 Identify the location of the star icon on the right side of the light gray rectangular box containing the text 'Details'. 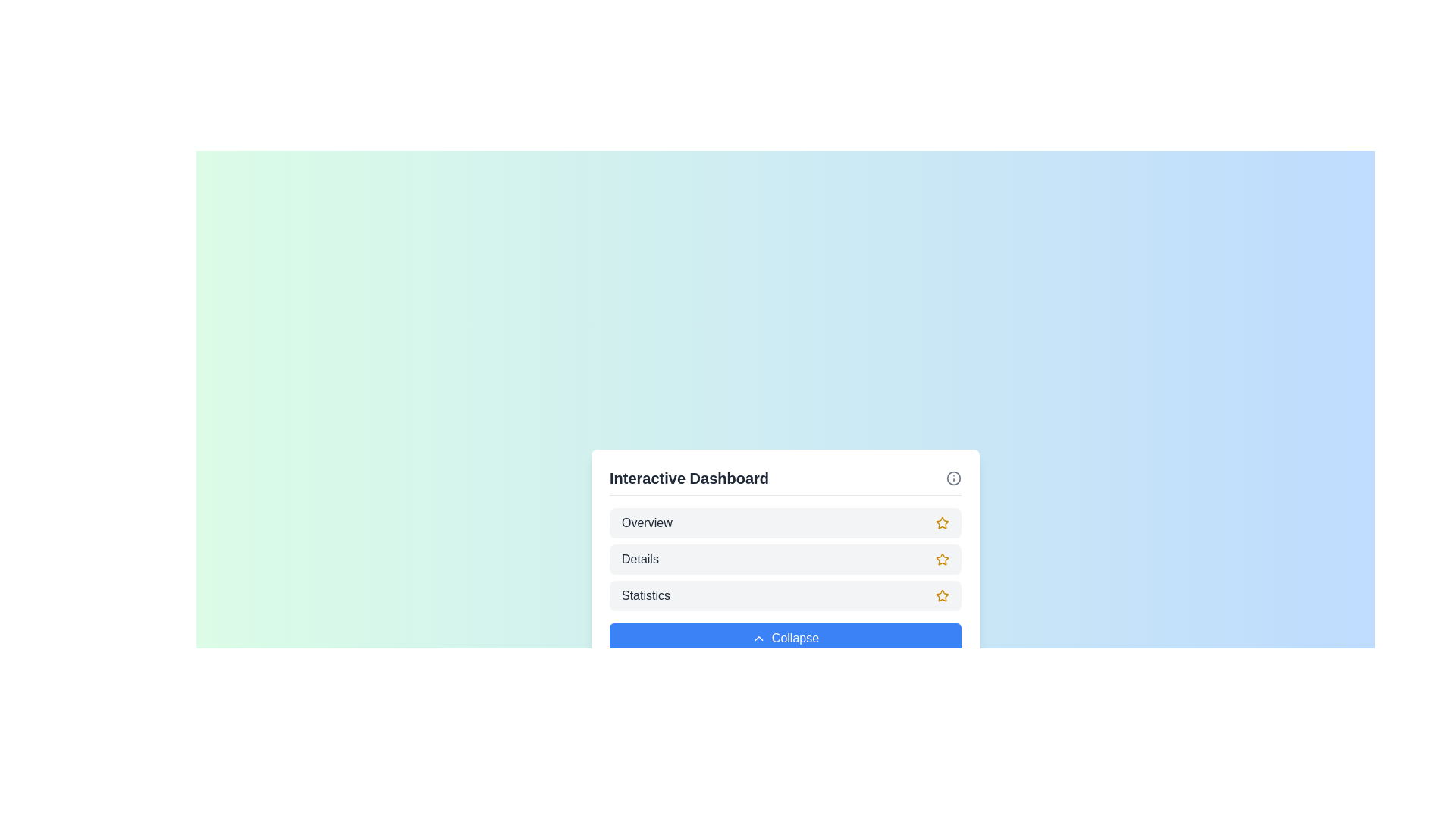
(942, 559).